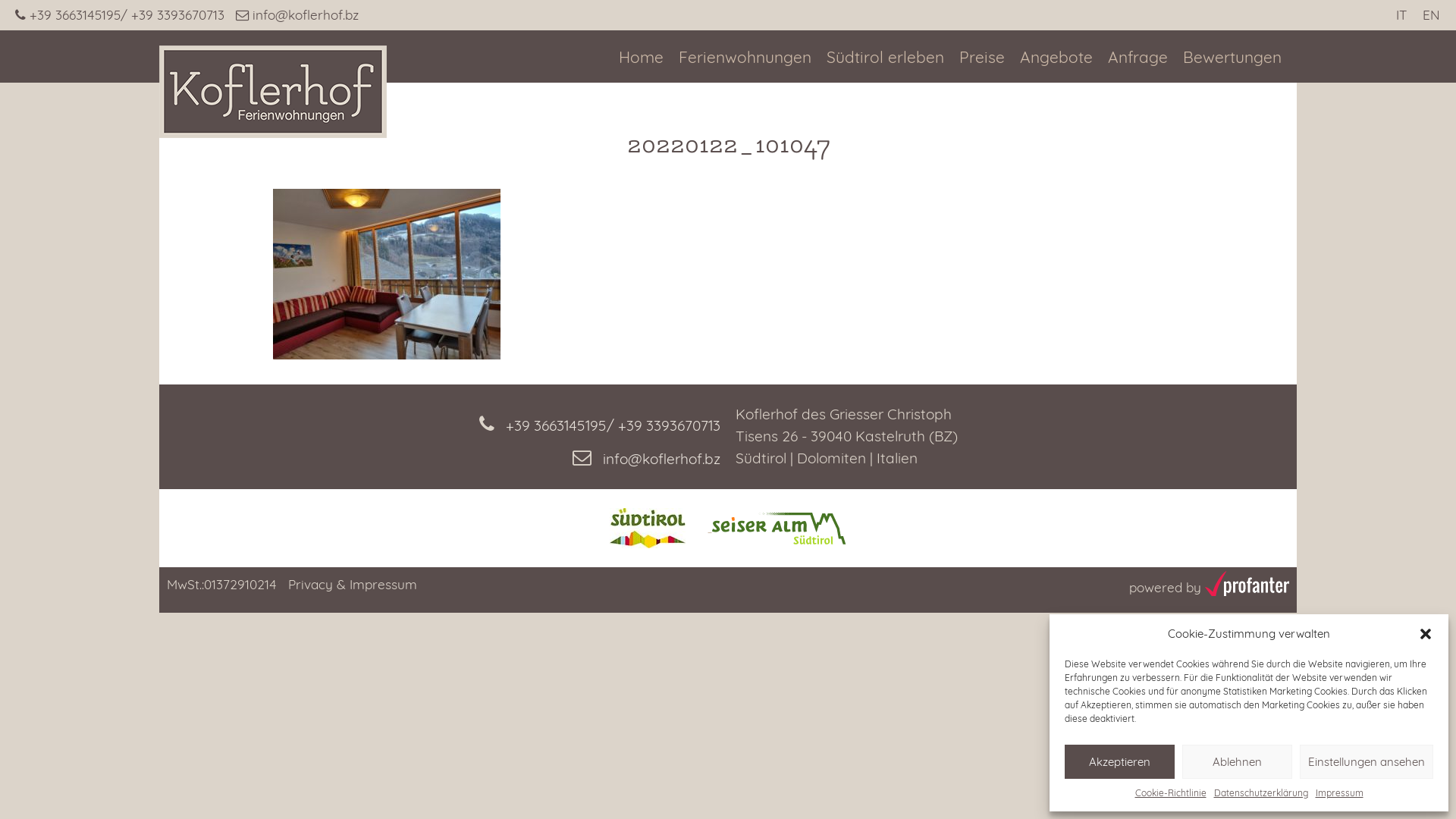  Describe the element at coordinates (1400, 14) in the screenshot. I see `'IT'` at that location.